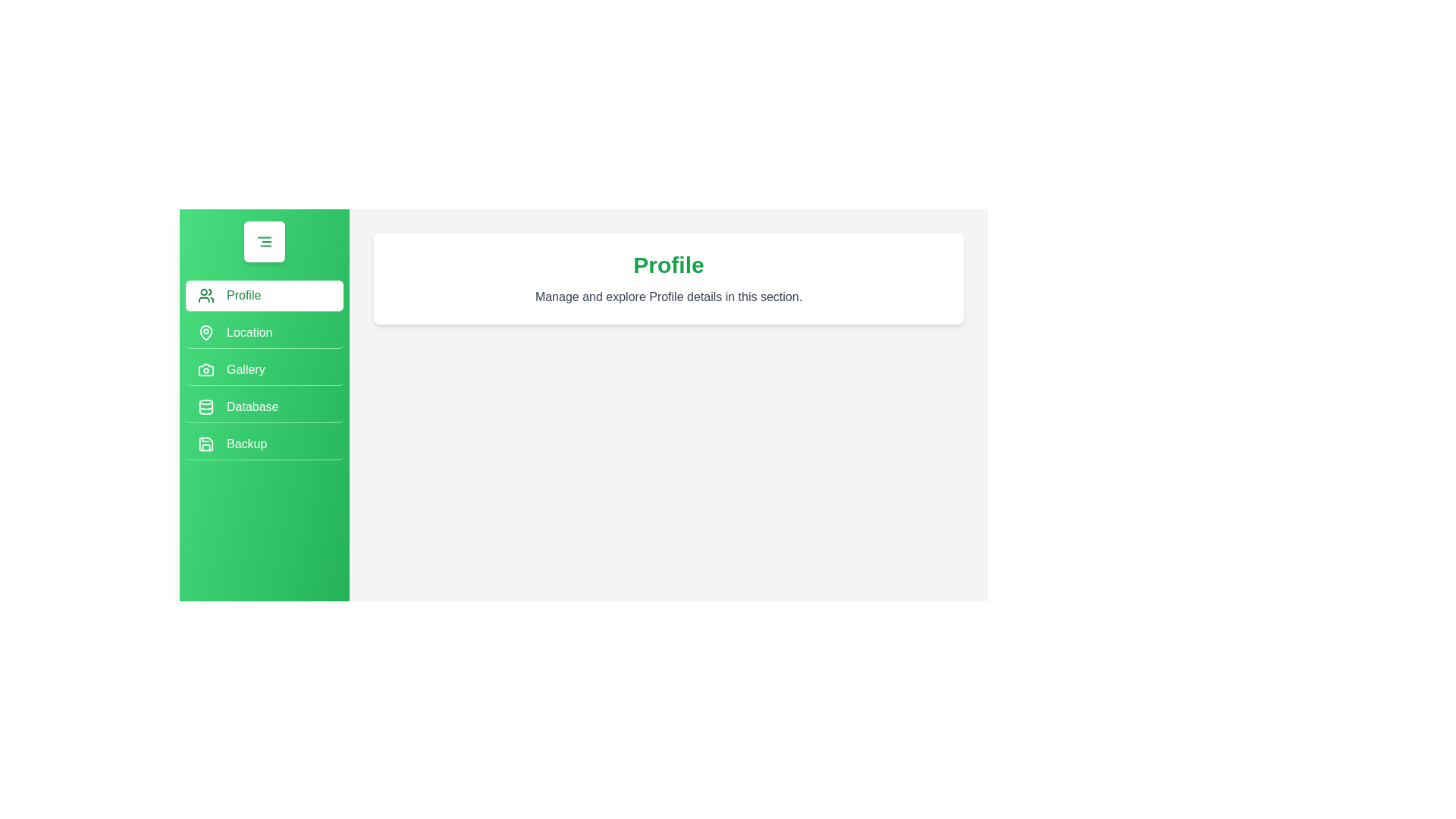  I want to click on the menu option Profile in the drawer, so click(265, 296).